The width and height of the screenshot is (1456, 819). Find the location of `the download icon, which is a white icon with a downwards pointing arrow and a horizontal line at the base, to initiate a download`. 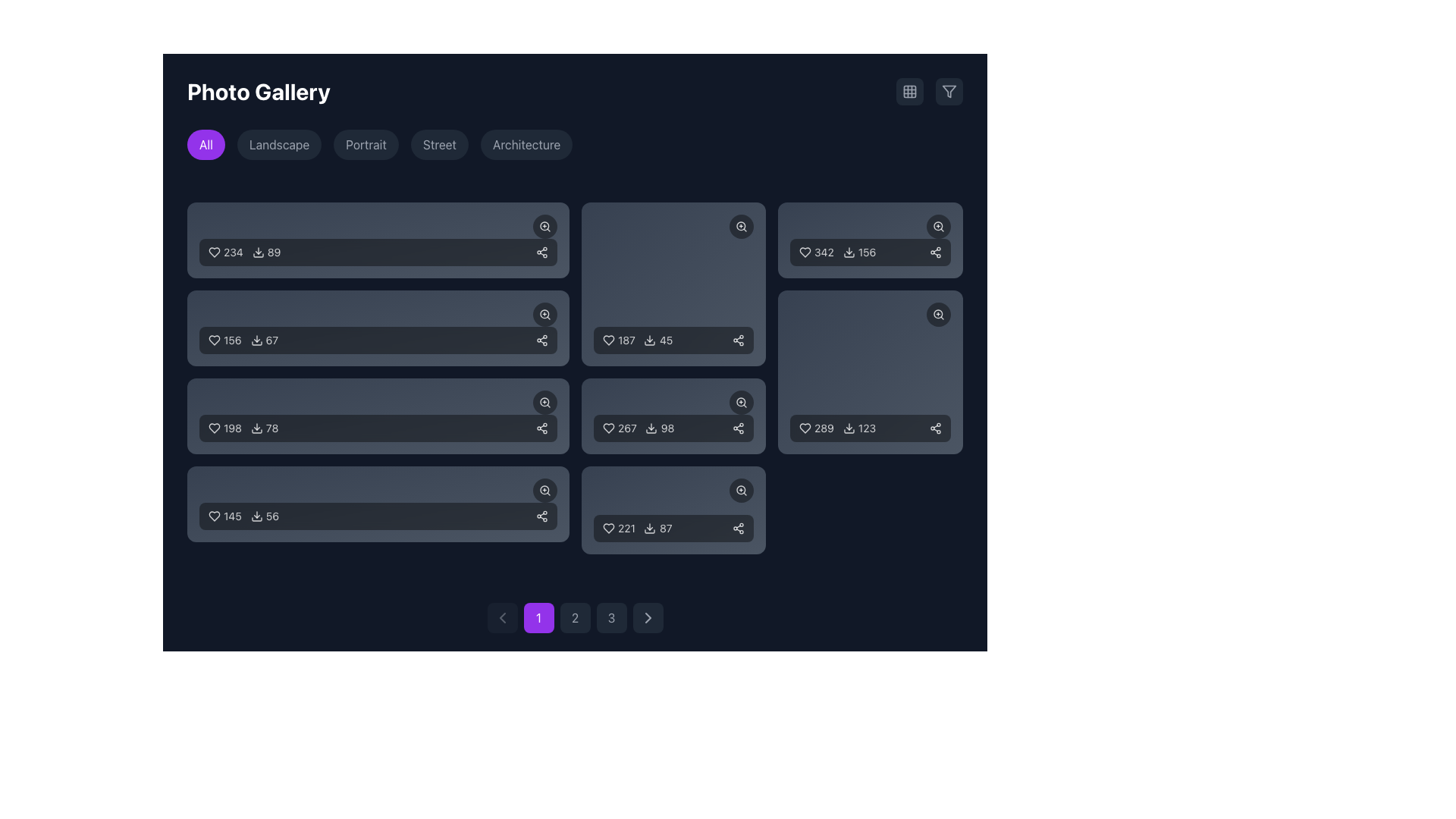

the download icon, which is a white icon with a downwards pointing arrow and a horizontal line at the base, to initiate a download is located at coordinates (849, 251).